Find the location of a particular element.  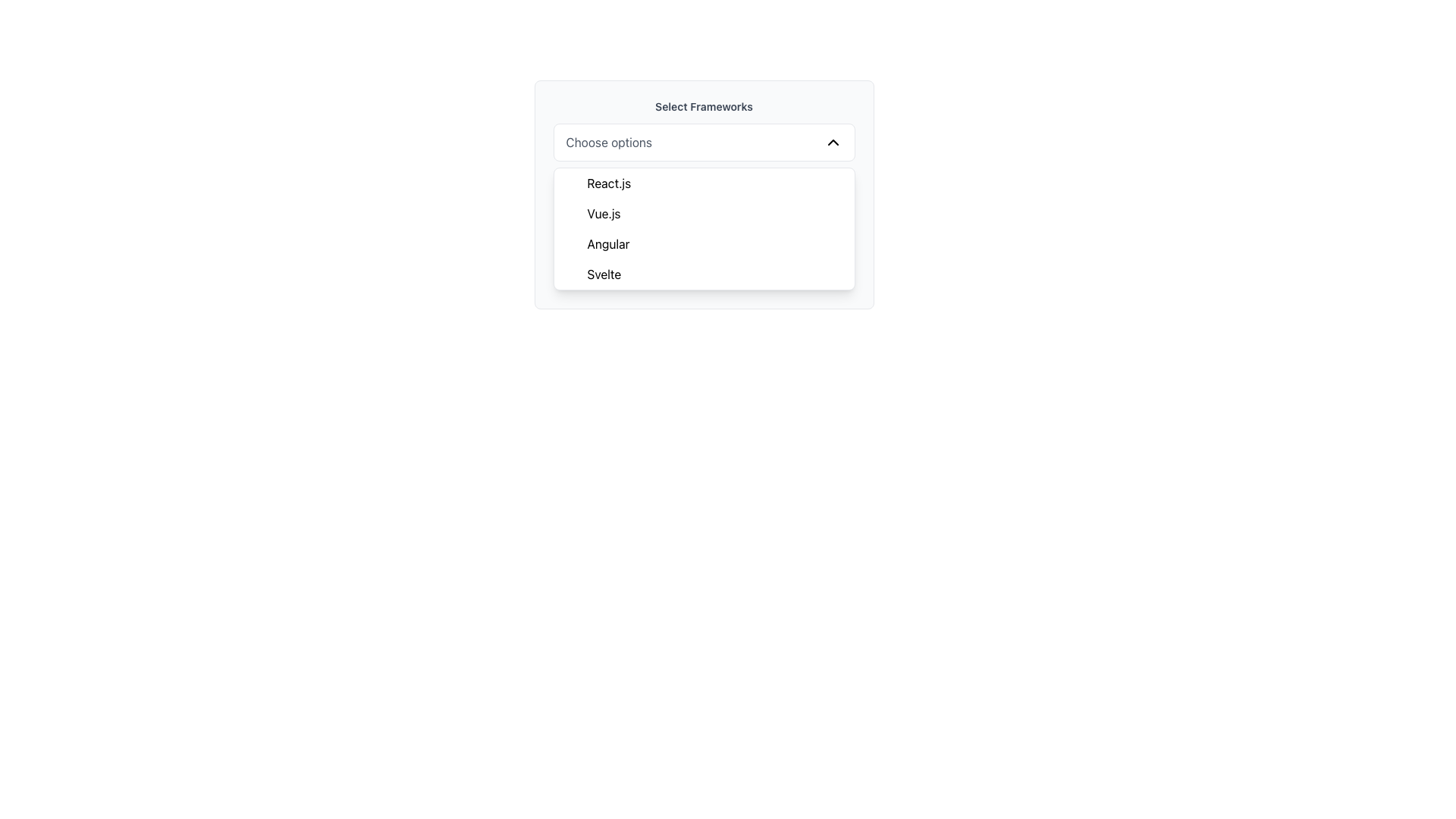

the text element 'Choose options' within the dropdown labeled 'Select Frameworks', which is styled in gray color and positioned at the top center of the dropdown interface is located at coordinates (609, 143).